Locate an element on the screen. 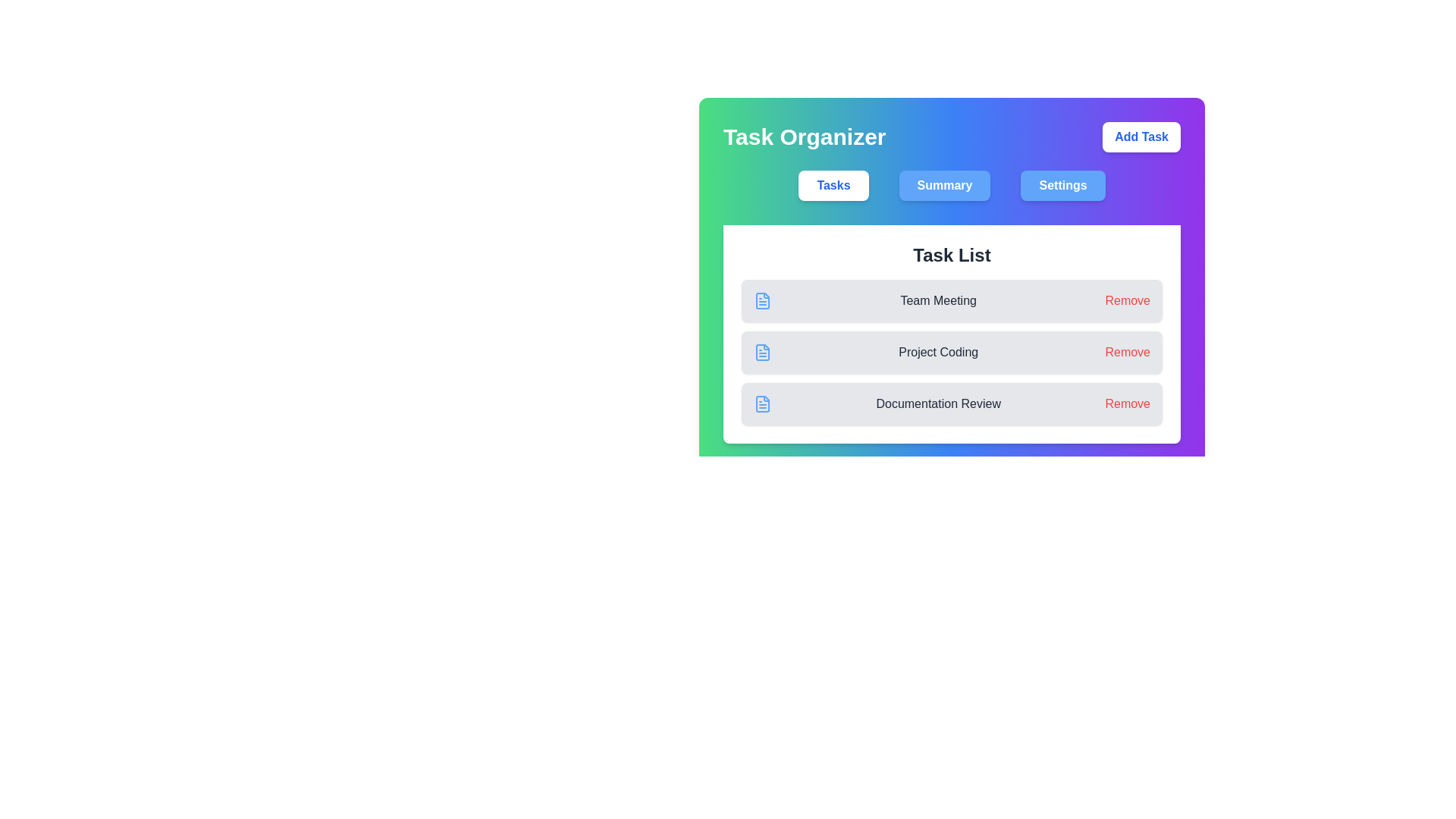 This screenshot has height=819, width=1456. the 'Summary' button, which is the second button in a row of three at the top of the interface is located at coordinates (944, 185).